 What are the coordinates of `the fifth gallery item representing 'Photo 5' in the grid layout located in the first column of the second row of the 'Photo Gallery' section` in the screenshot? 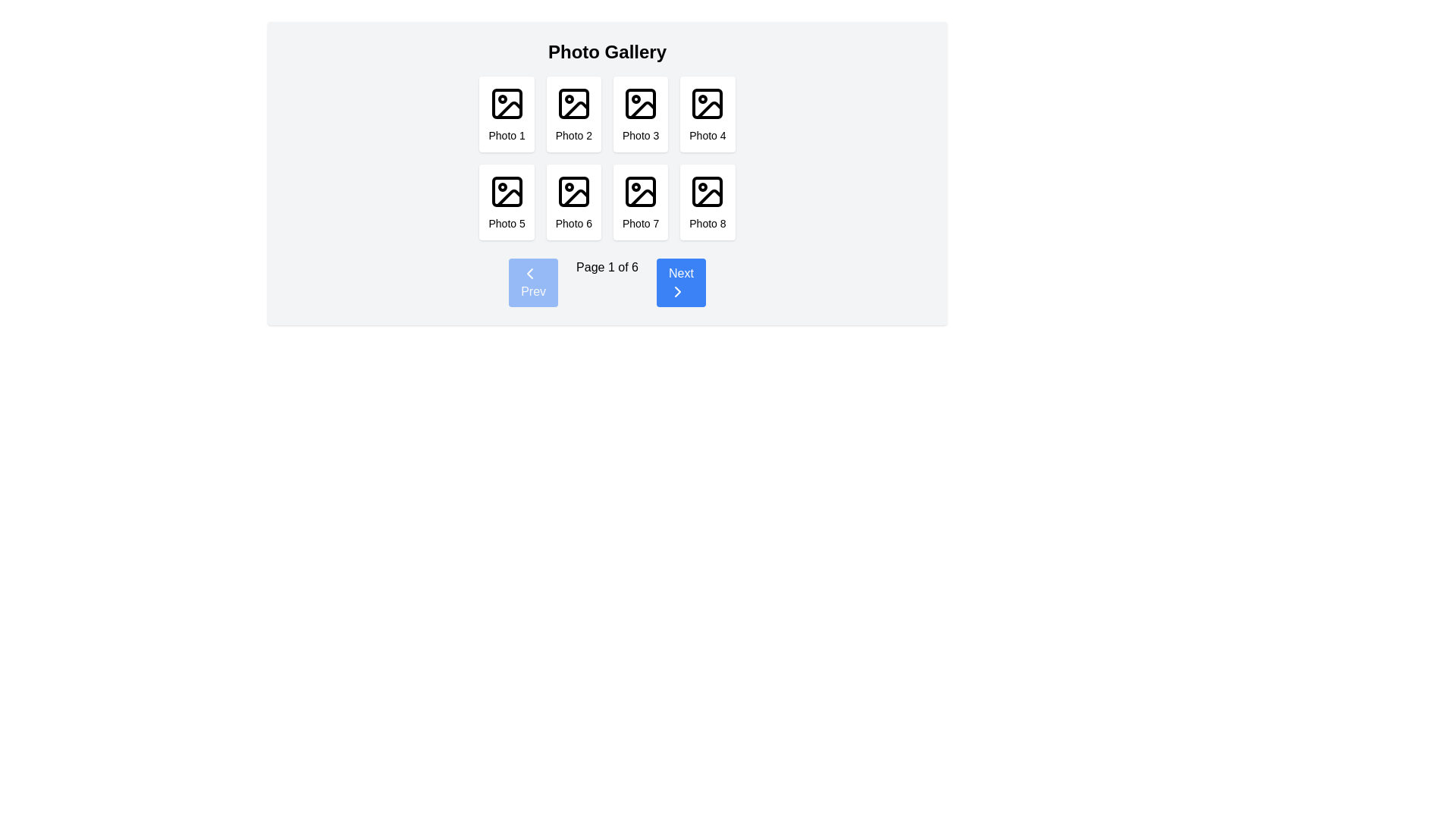 It's located at (507, 201).